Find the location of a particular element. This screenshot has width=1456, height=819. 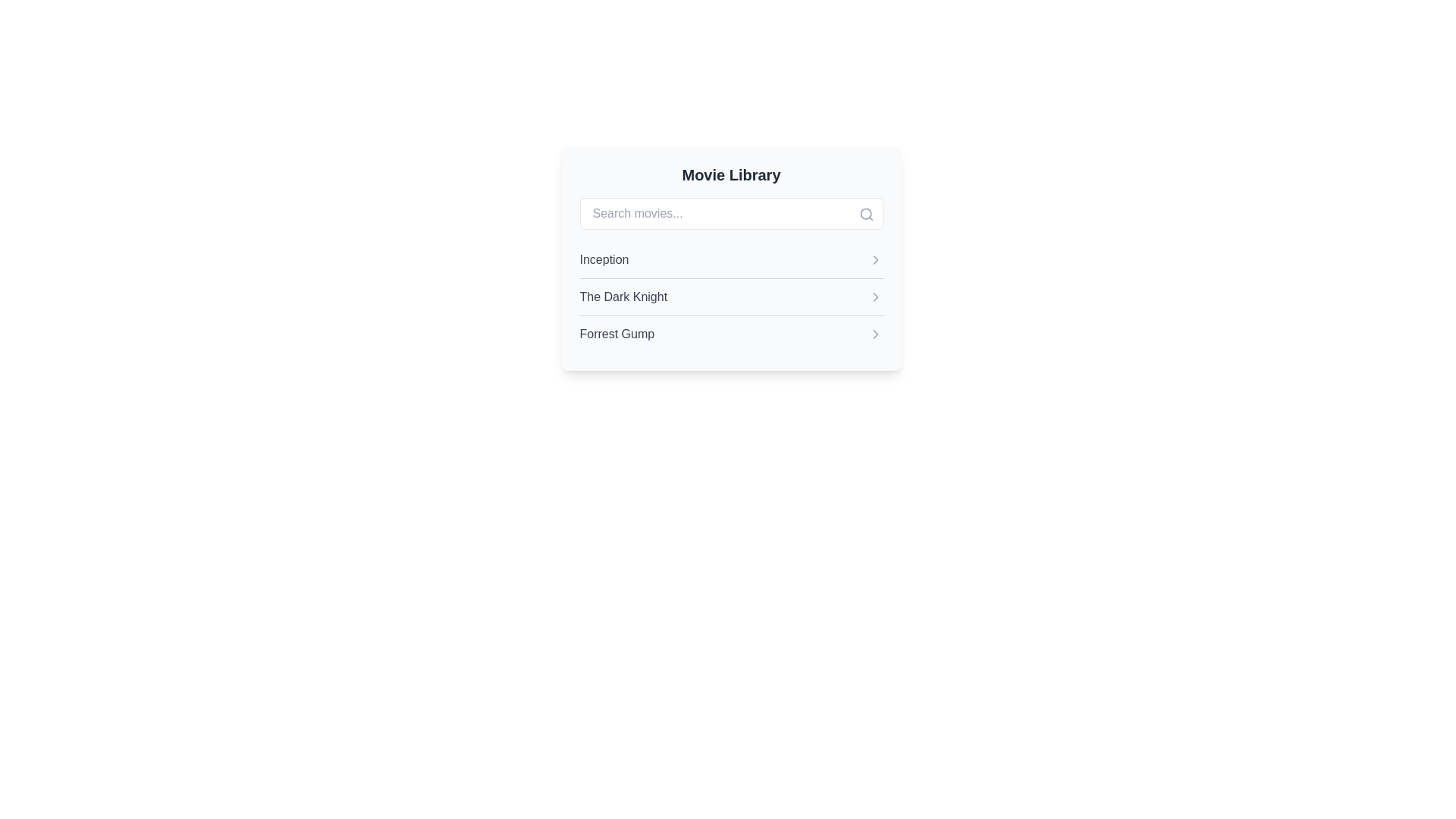

the right arrow icon styled with a gray color, located to the right of the text 'The Dark Knight', for tooltip or visual feedback is located at coordinates (875, 297).